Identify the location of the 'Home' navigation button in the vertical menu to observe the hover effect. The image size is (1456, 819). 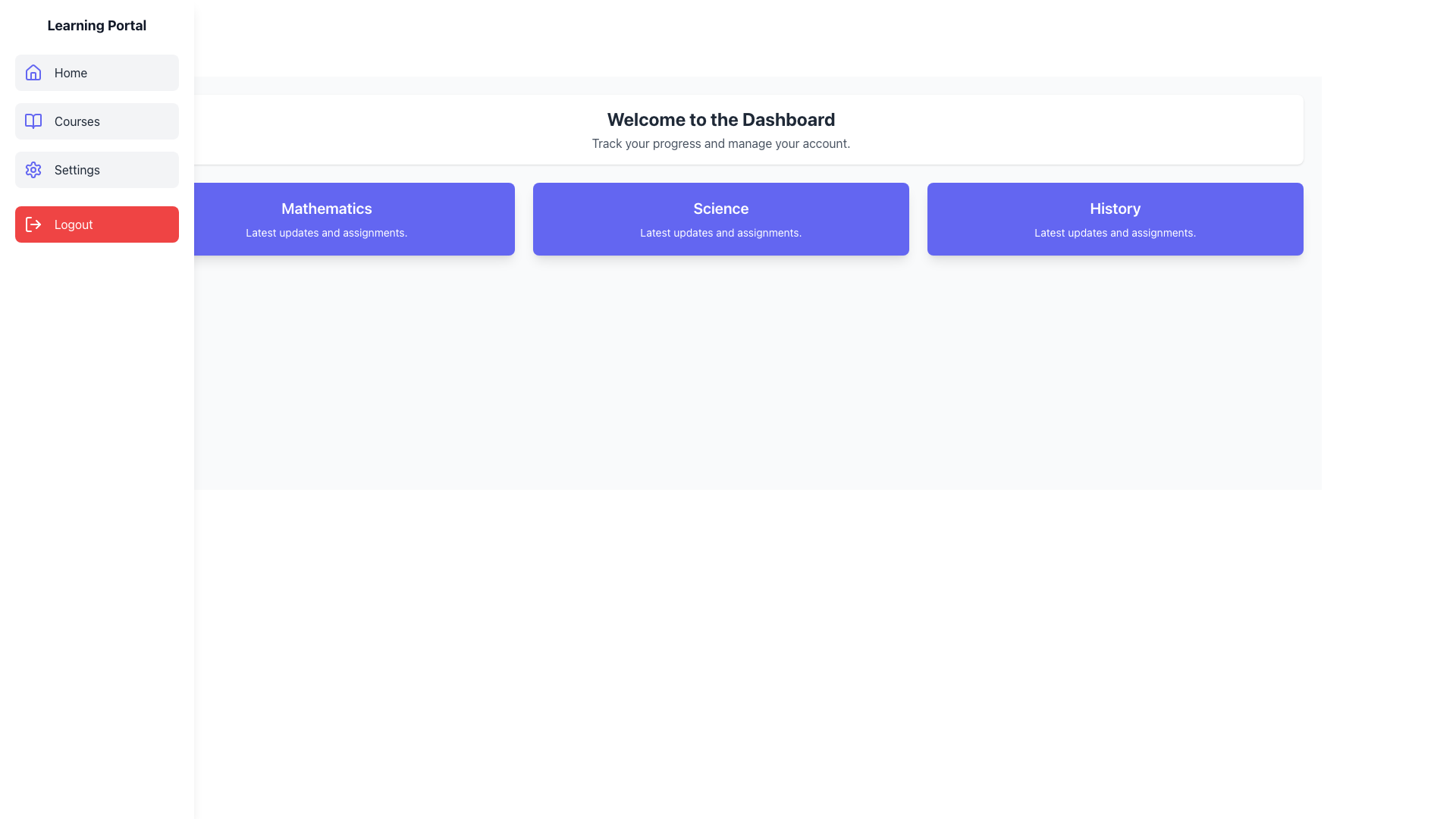
(96, 73).